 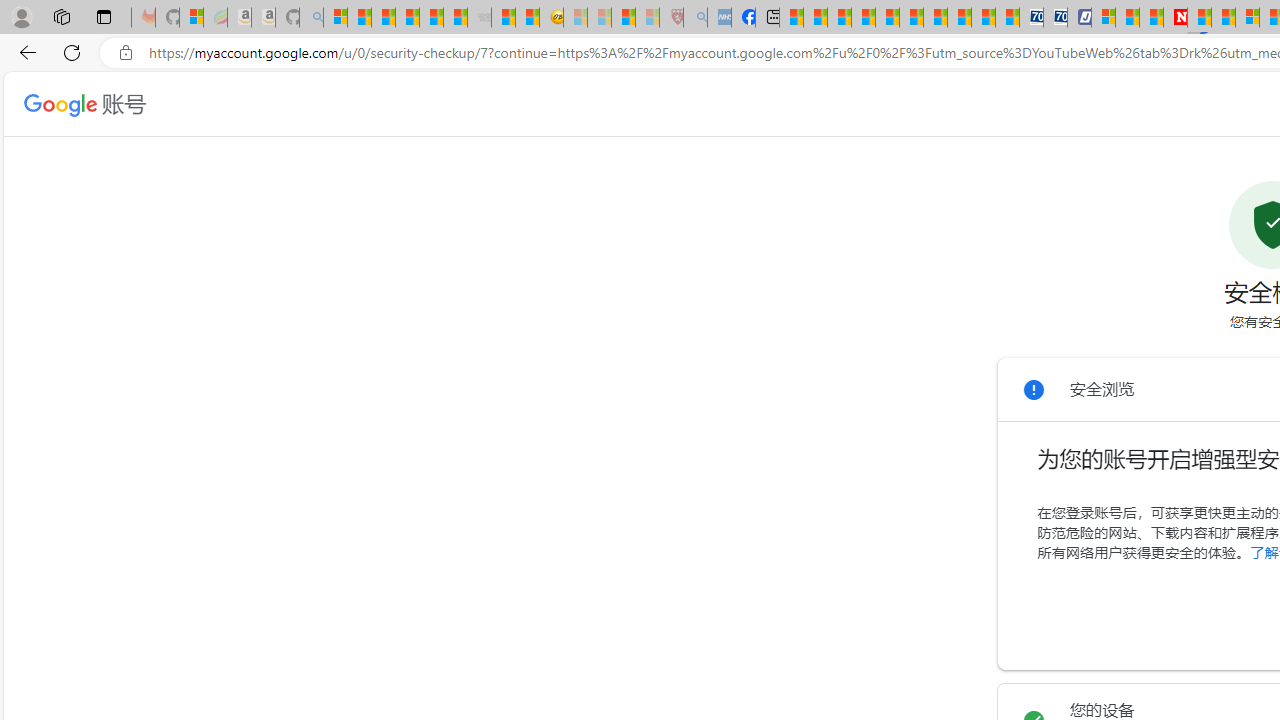 I want to click on 'Robert H. Shmerling, MD - Harvard Health - Sleeping', so click(x=672, y=17).